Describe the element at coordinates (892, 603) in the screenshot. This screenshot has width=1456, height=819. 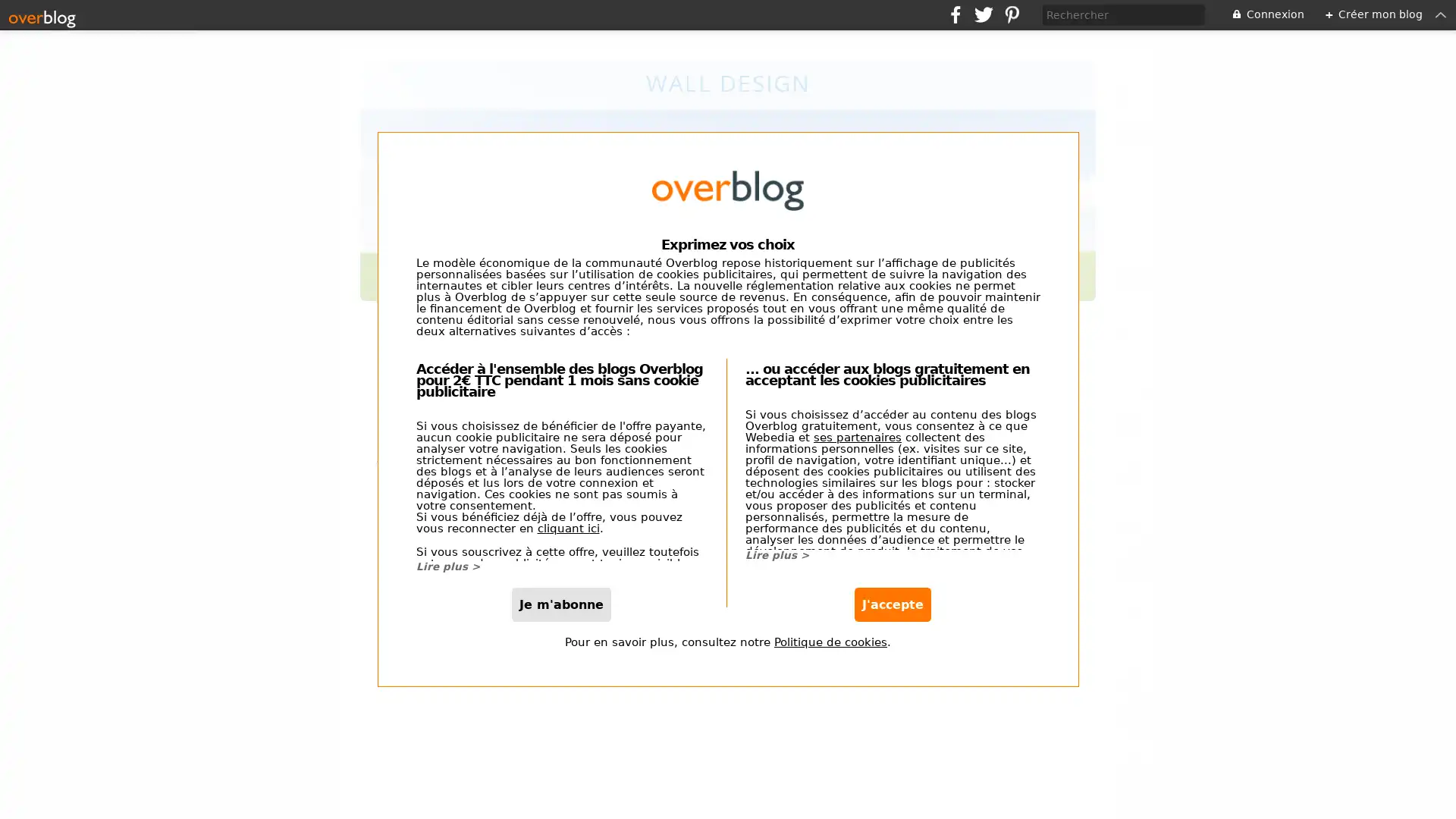
I see `J'accepte` at that location.